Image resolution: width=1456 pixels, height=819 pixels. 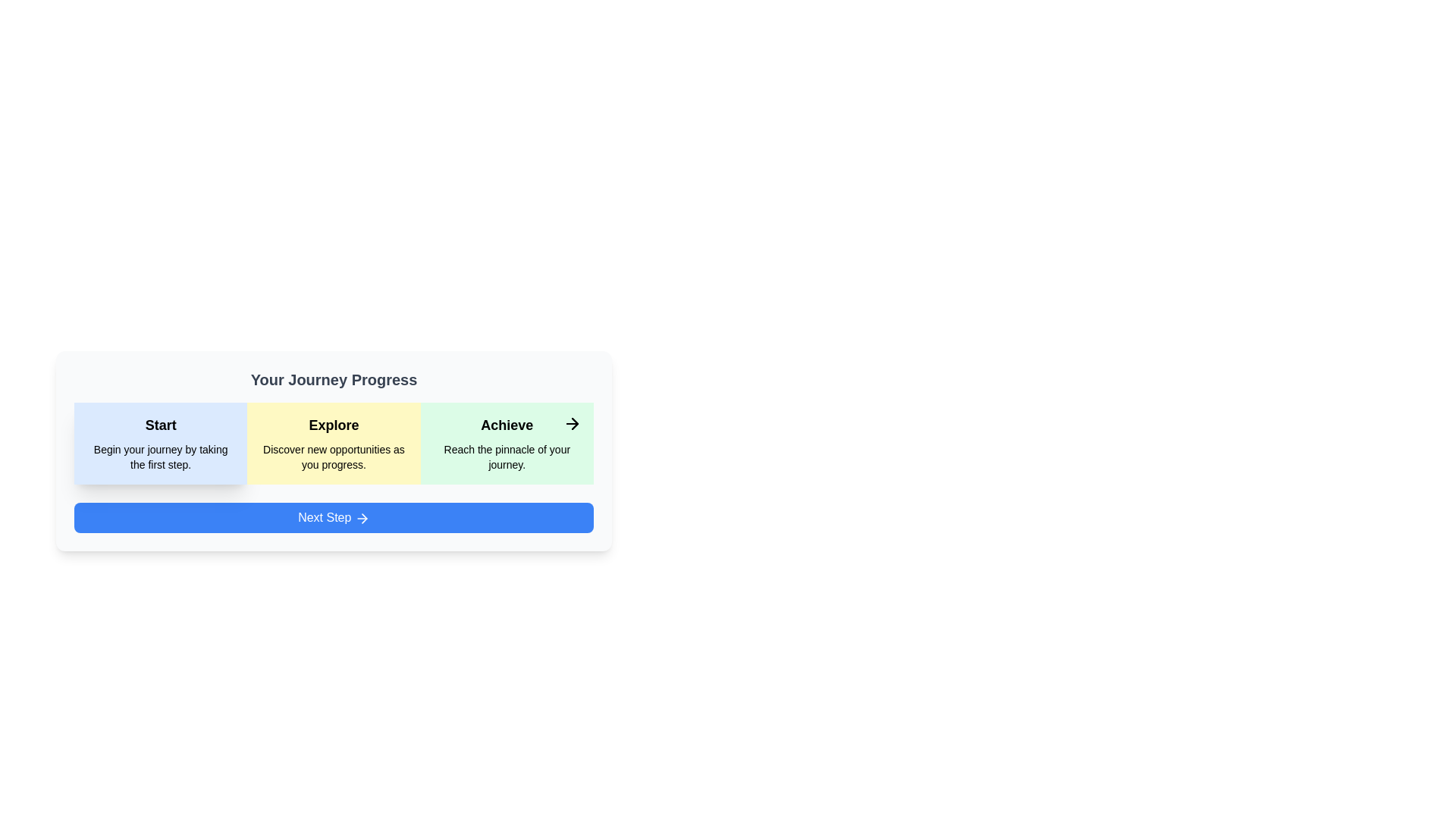 What do you see at coordinates (507, 425) in the screenshot?
I see `the bold, large-sized black text label reading 'Achieve' that is located at the top center of the third column in a light green box` at bounding box center [507, 425].